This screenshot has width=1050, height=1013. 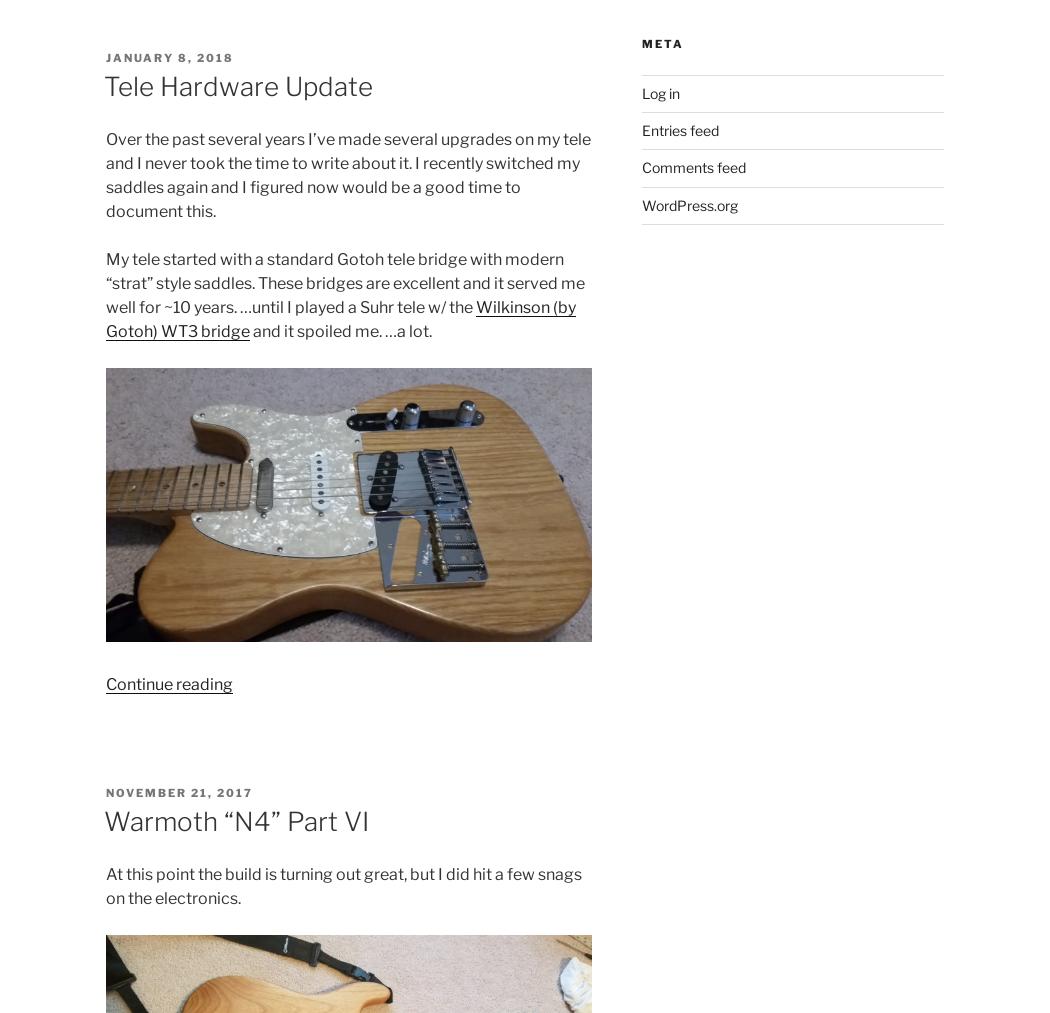 What do you see at coordinates (346, 175) in the screenshot?
I see `'Over the past several years I’ve made several upgrades on my tele and I never took the time to write about it. I recently switched my saddles again and I figured now would be a good time to document this.'` at bounding box center [346, 175].